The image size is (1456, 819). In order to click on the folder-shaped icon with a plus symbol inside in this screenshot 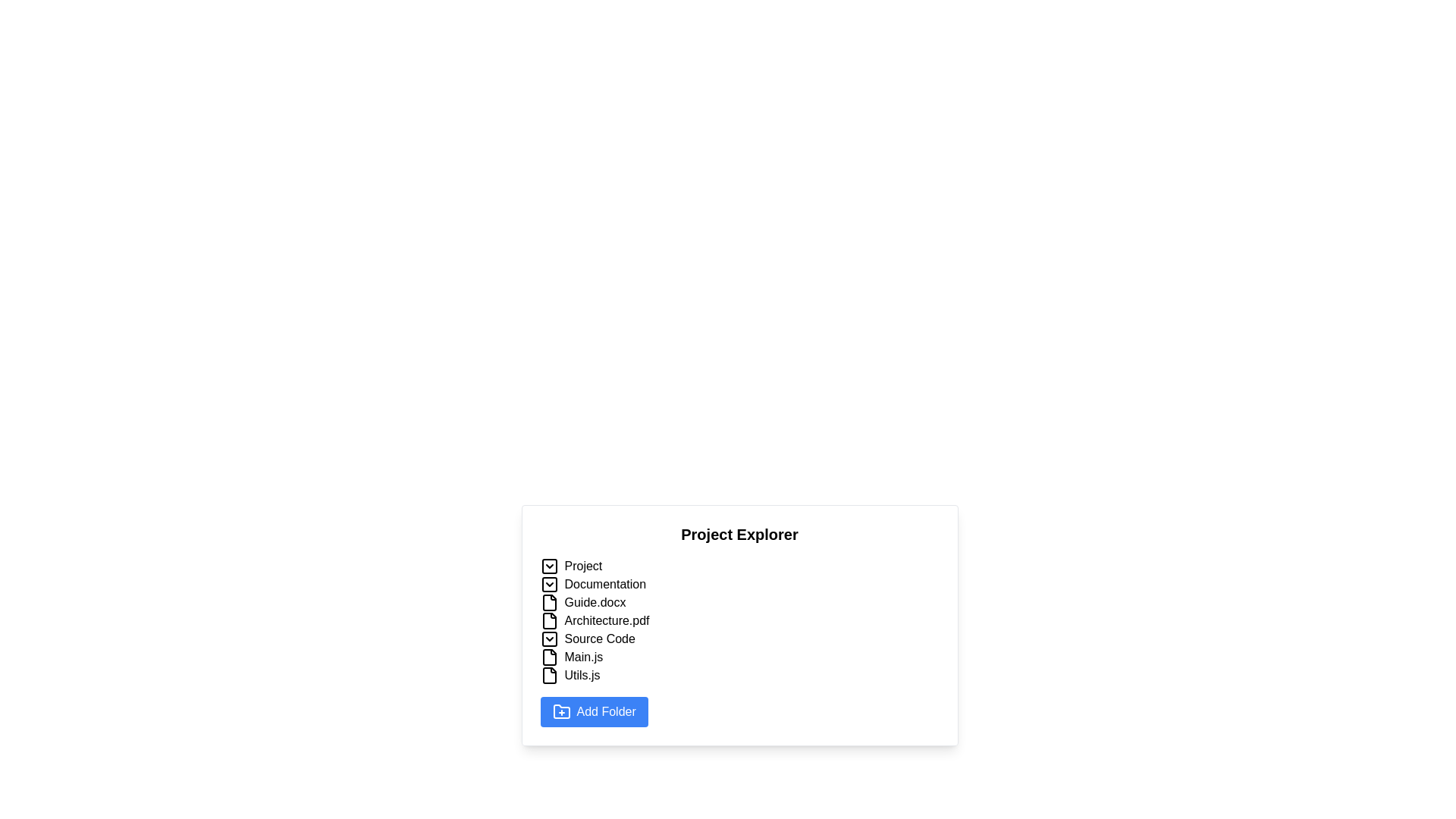, I will do `click(560, 711)`.